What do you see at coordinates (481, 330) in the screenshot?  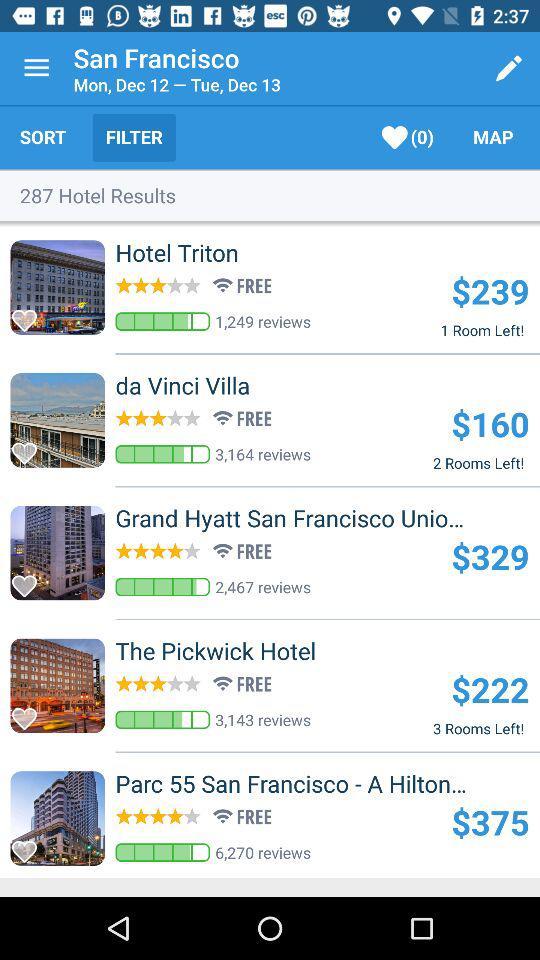 I see `the 1 room left! icon` at bounding box center [481, 330].